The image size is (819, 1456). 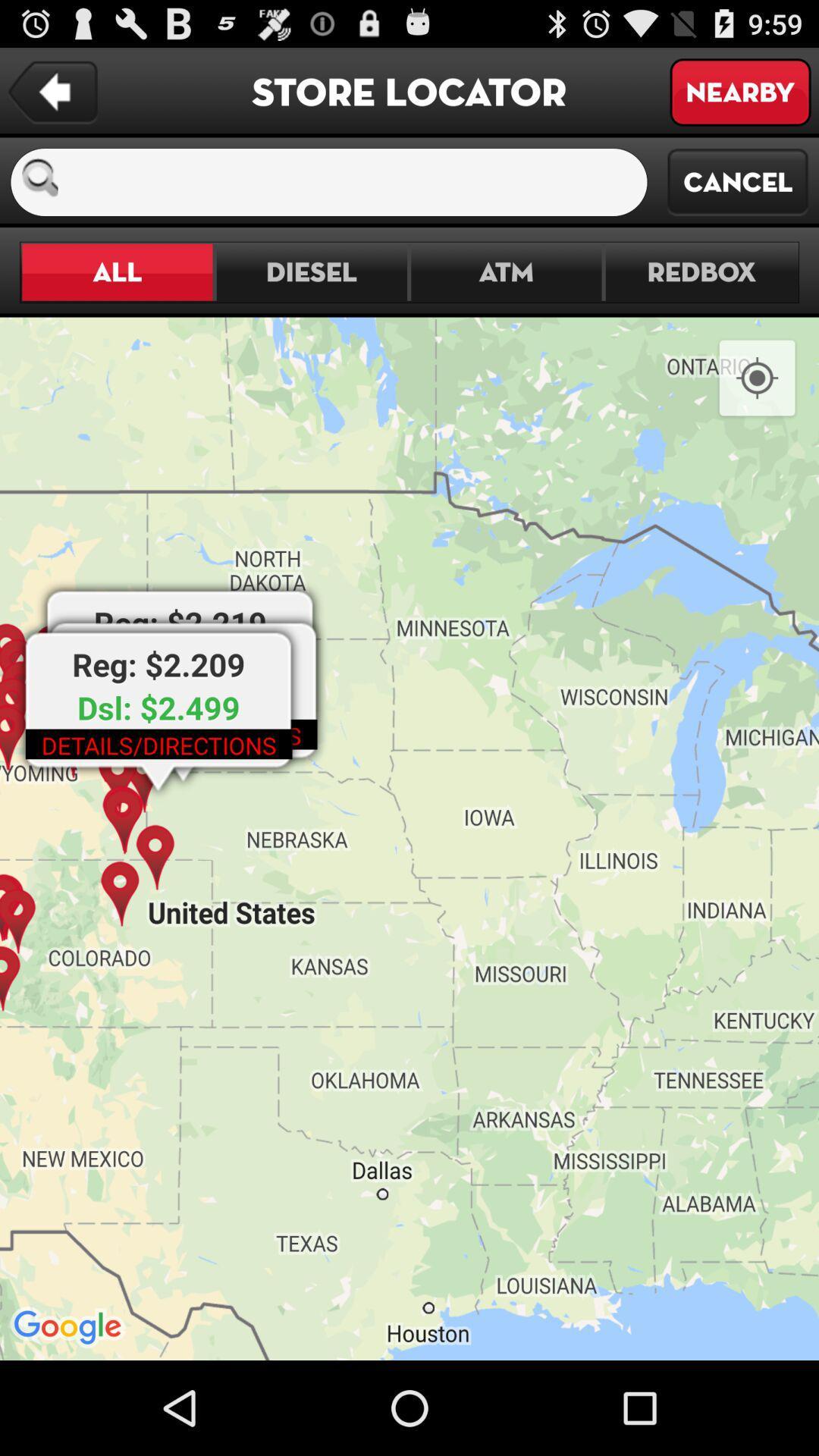 I want to click on the item next to the store locator item, so click(x=739, y=91).